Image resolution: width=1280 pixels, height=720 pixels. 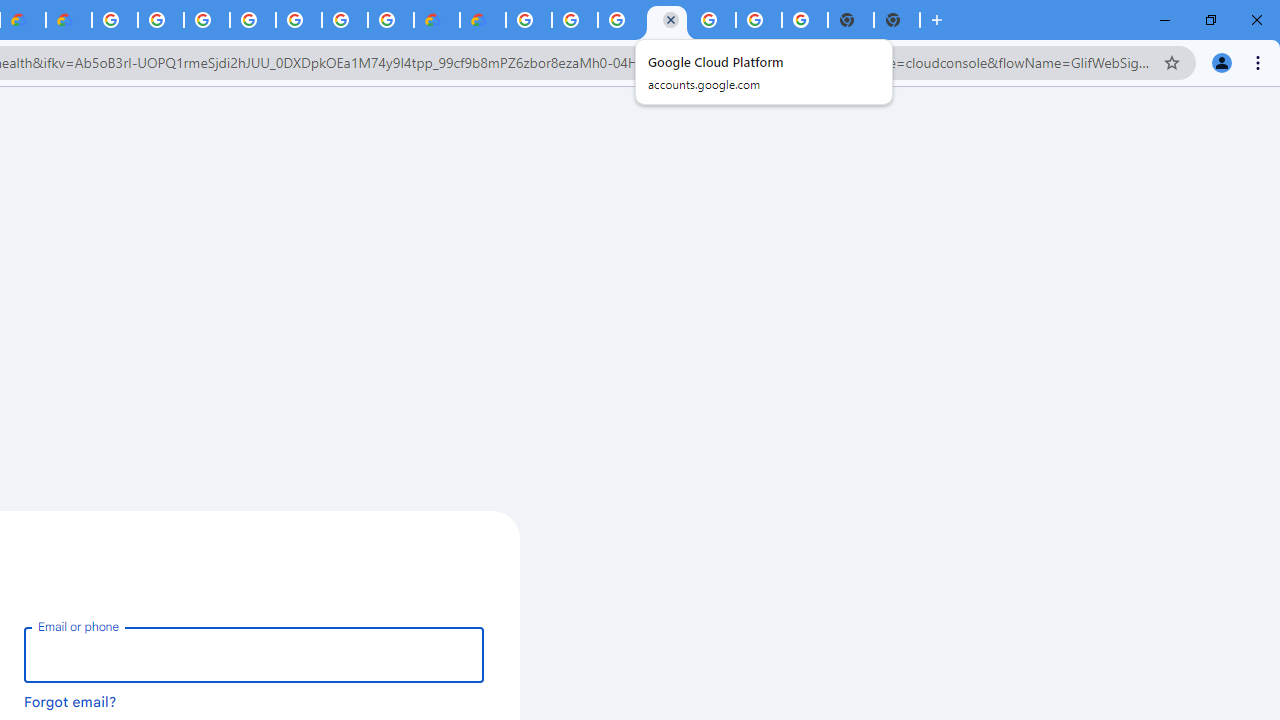 What do you see at coordinates (482, 20) in the screenshot?
I see `'Google Cloud Estimate Summary'` at bounding box center [482, 20].